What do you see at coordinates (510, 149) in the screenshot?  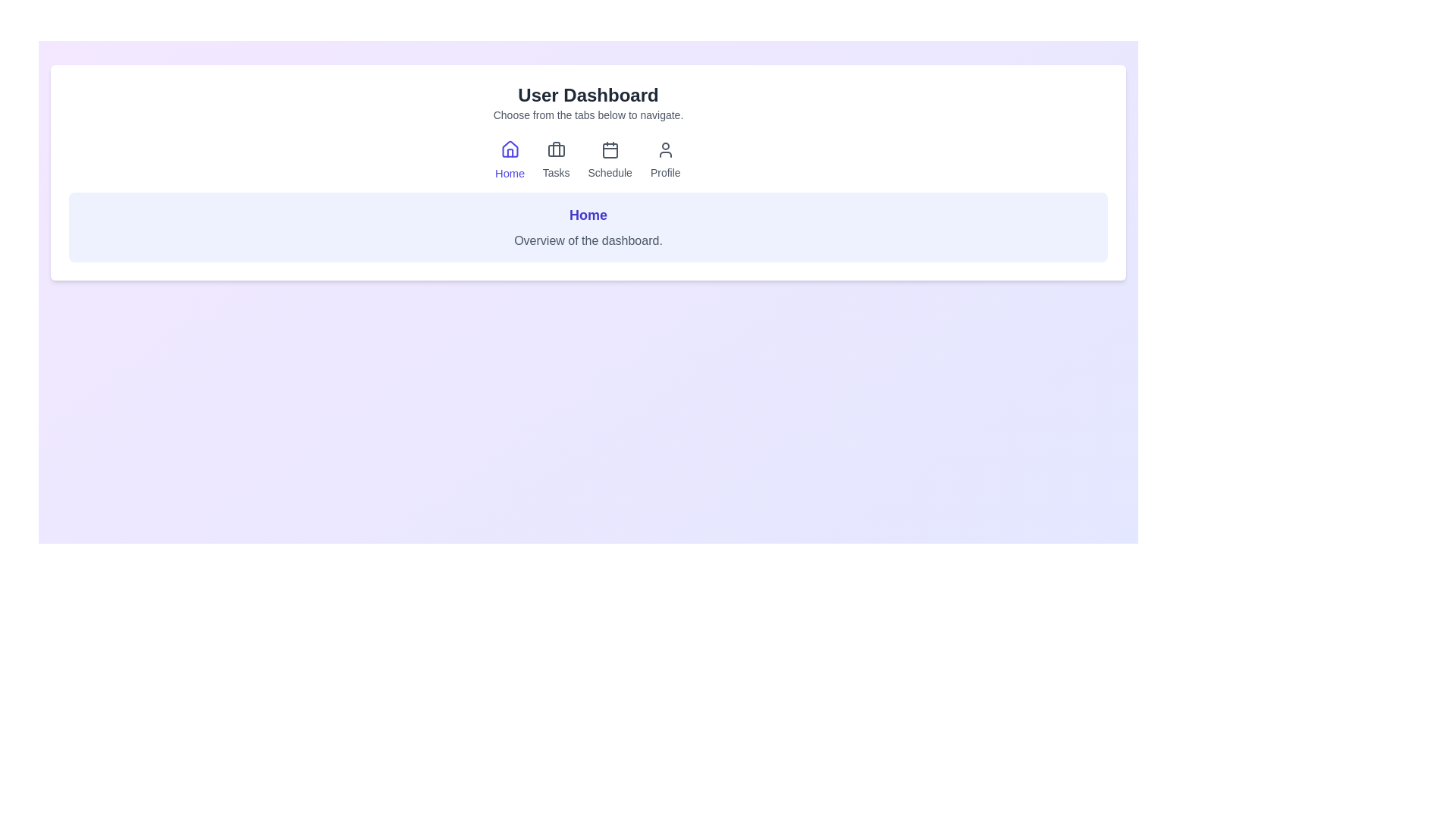 I see `the home icon in the navigation bar` at bounding box center [510, 149].